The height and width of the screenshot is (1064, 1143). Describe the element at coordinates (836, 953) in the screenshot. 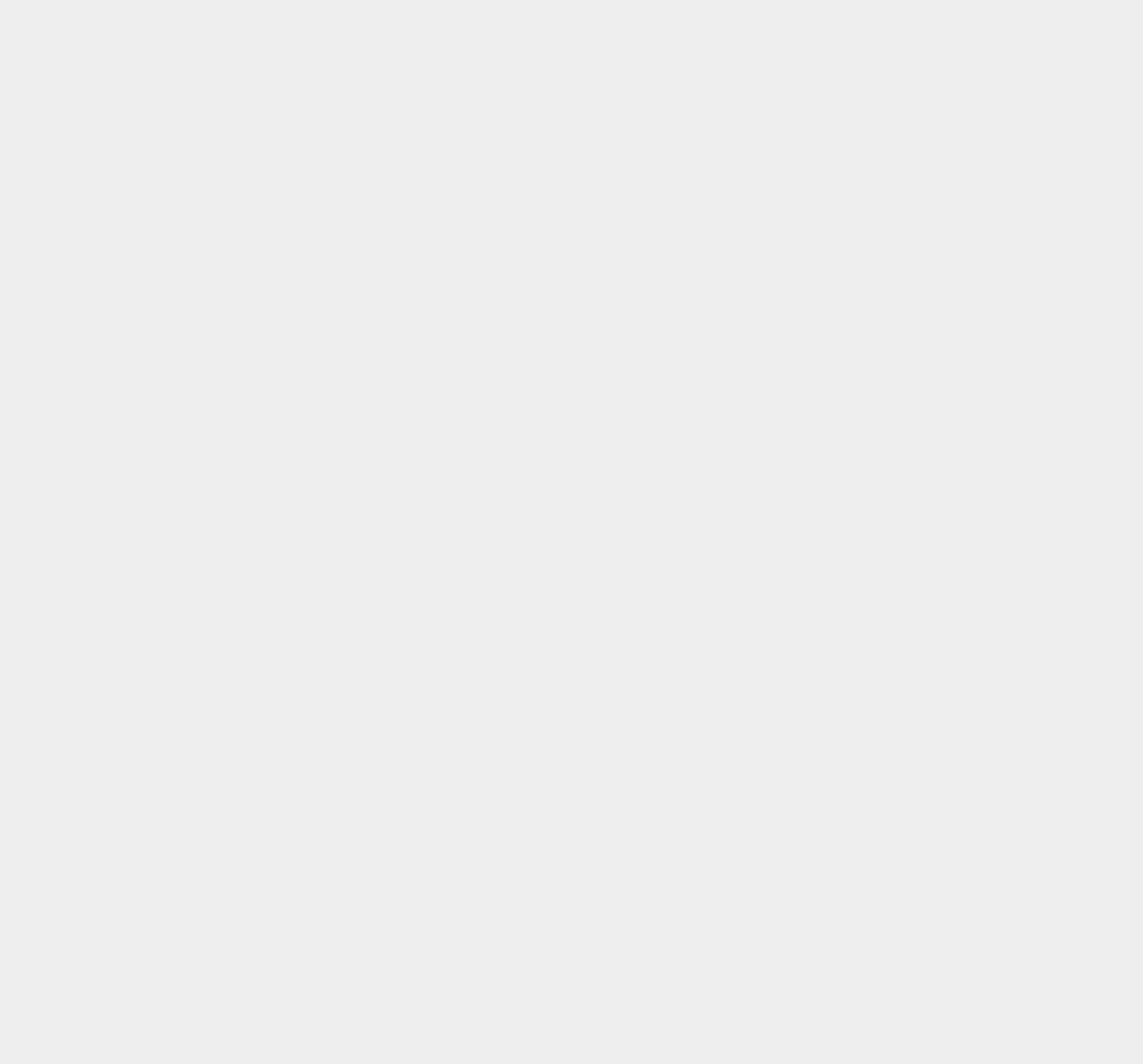

I see `'Android 9'` at that location.